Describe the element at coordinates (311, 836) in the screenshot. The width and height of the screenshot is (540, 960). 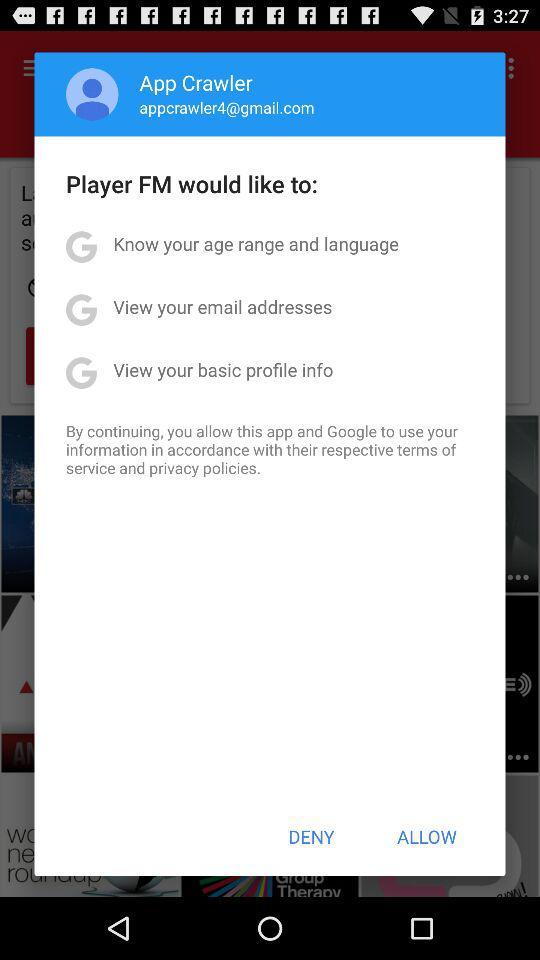
I see `the deny item` at that location.